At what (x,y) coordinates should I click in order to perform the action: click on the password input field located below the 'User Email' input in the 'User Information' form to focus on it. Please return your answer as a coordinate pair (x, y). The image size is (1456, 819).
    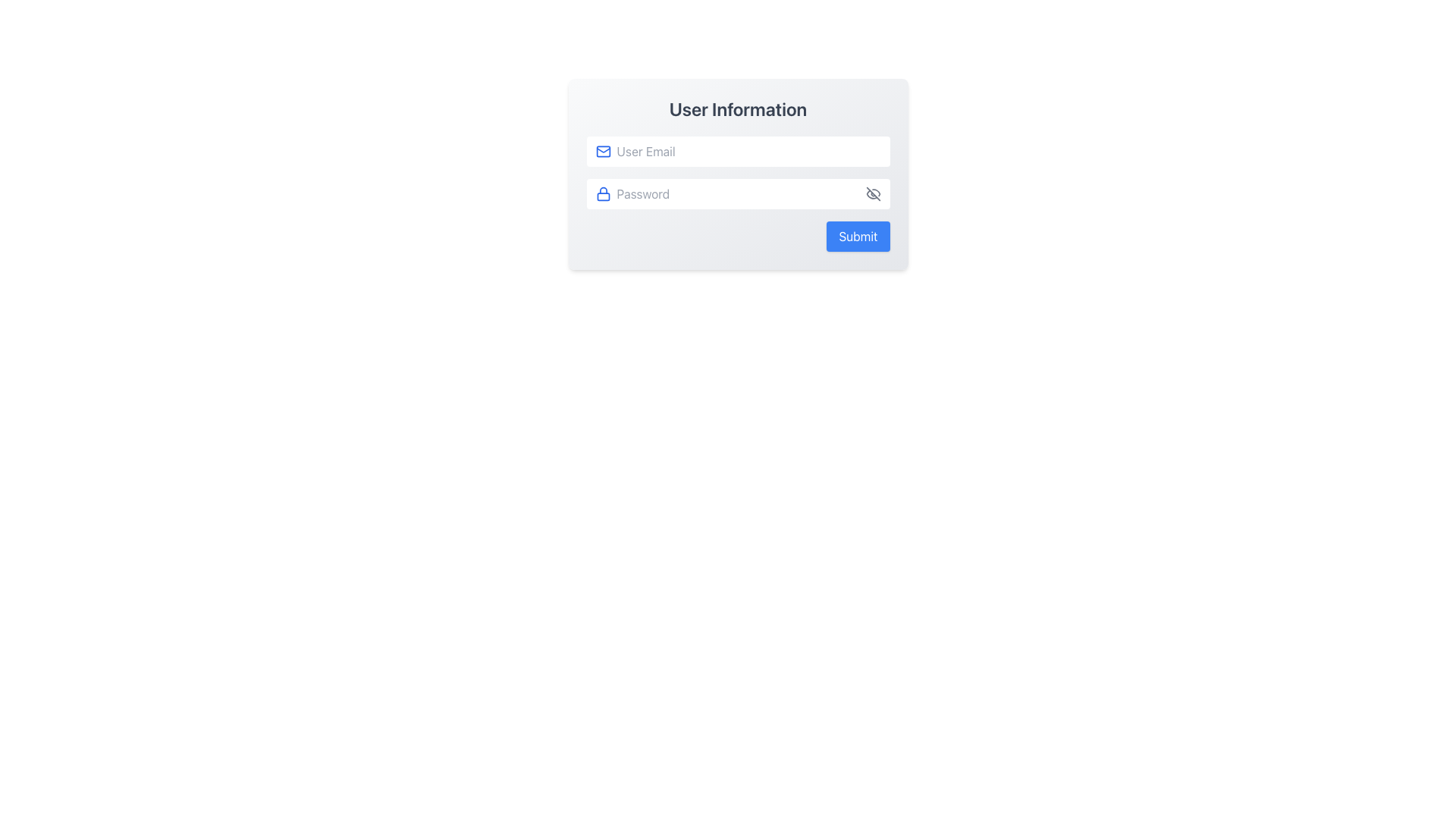
    Looking at the image, I should click on (738, 193).